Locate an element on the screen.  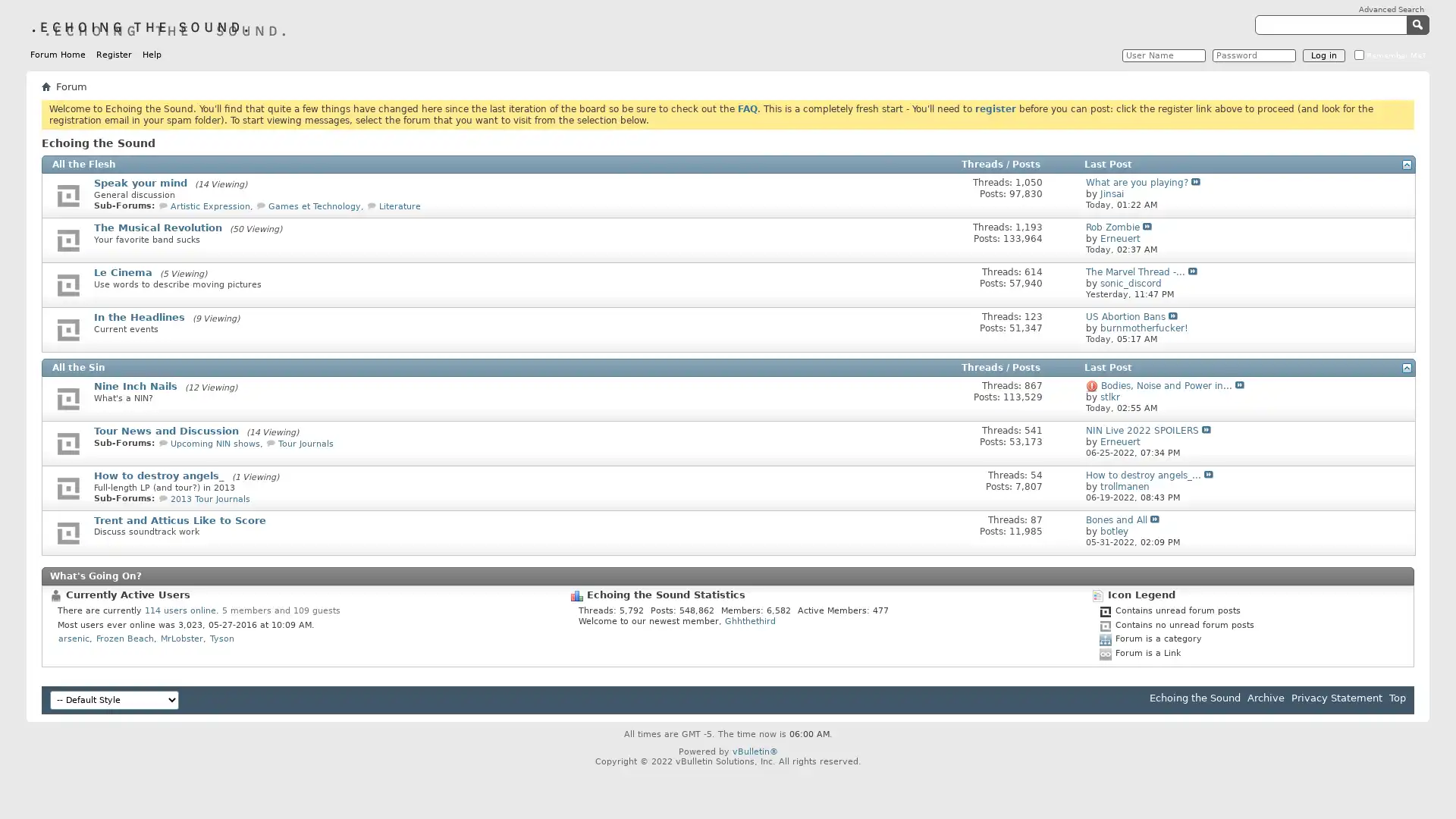
Submit is located at coordinates (1419, 24).